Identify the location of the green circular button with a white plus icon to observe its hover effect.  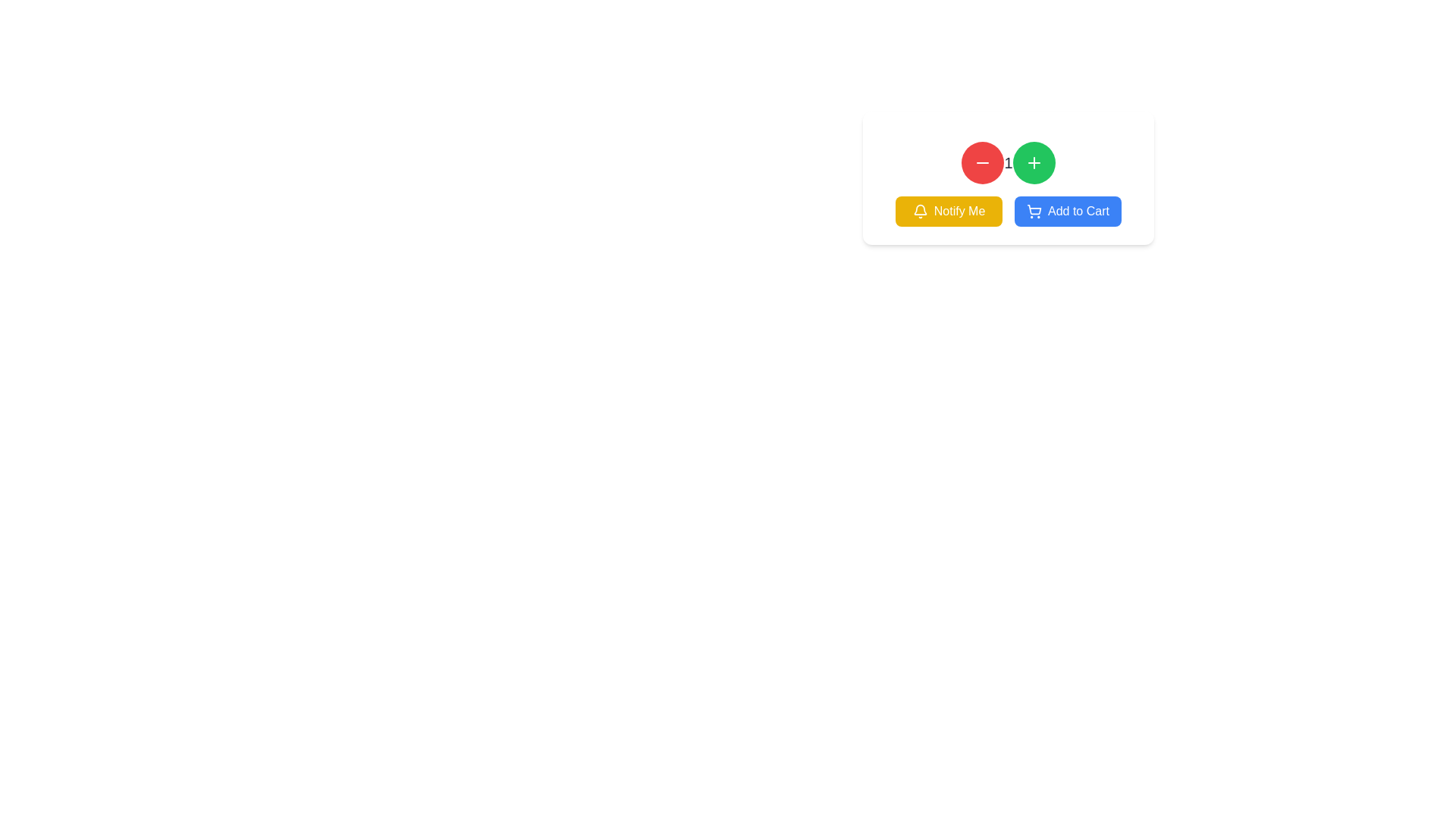
(1033, 163).